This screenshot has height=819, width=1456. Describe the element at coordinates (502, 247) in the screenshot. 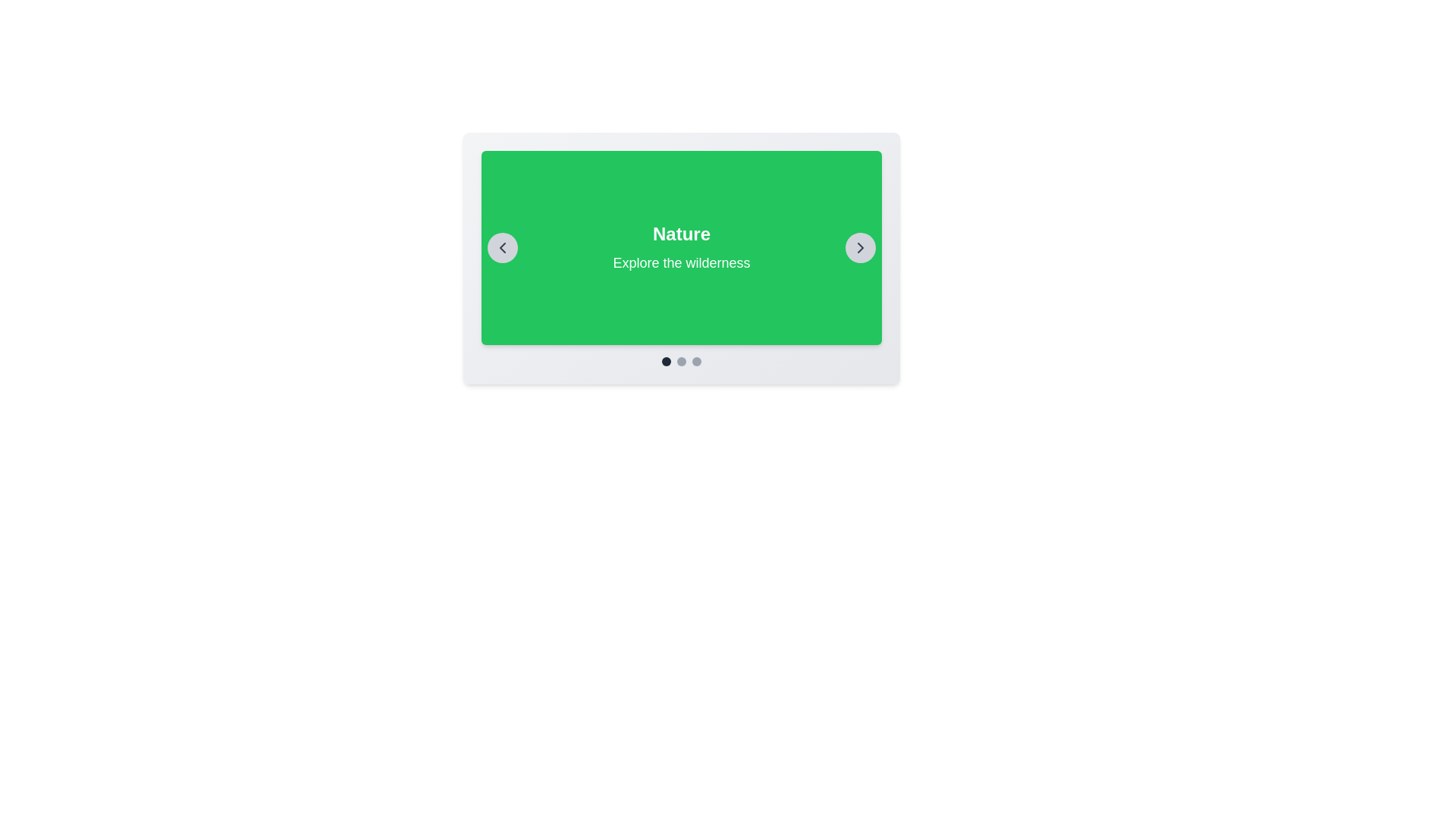

I see `the left-pointing chevron icon enclosed in a circular button` at that location.